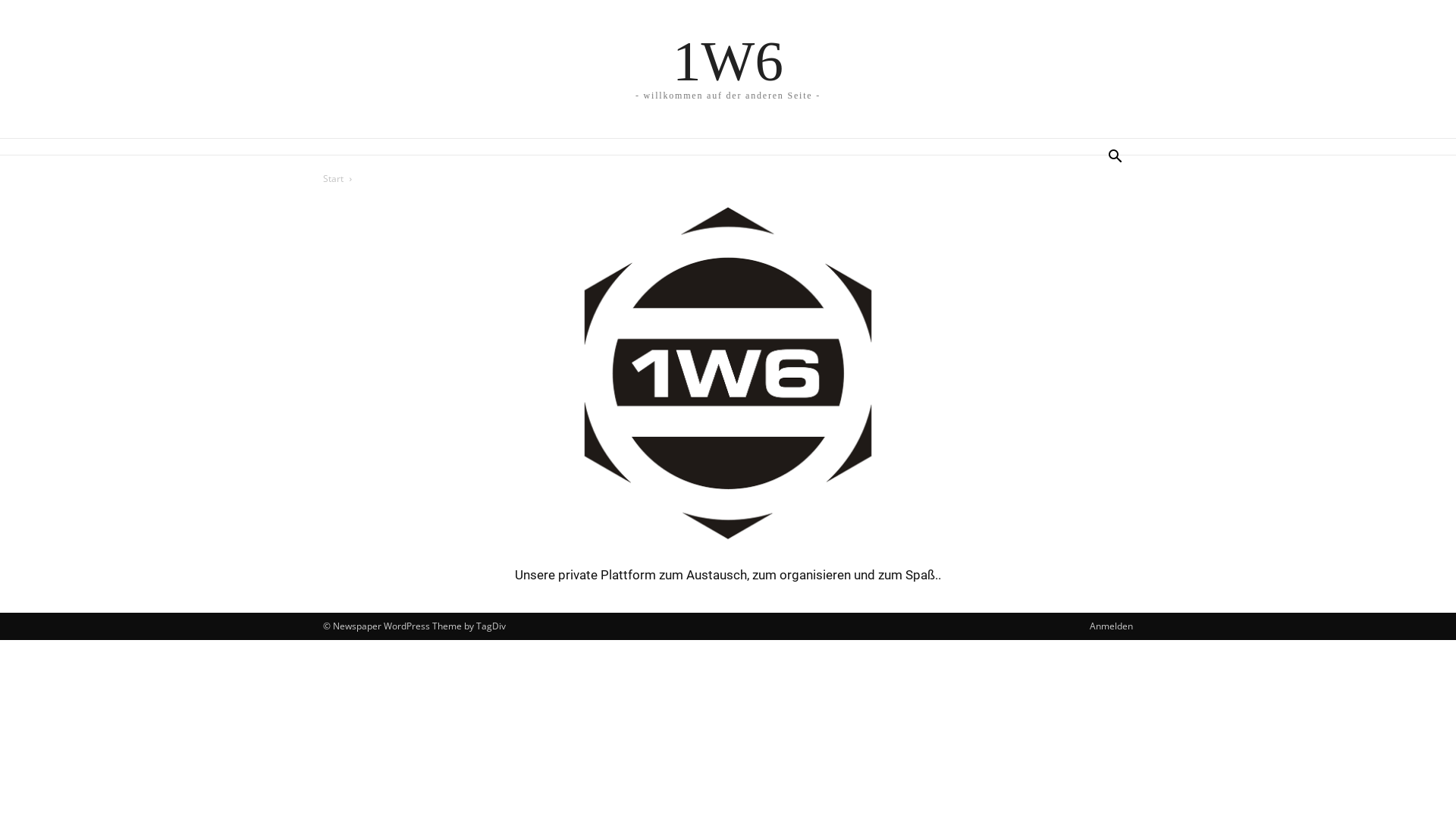 The height and width of the screenshot is (819, 1456). What do you see at coordinates (728, 60) in the screenshot?
I see `'1W6'` at bounding box center [728, 60].